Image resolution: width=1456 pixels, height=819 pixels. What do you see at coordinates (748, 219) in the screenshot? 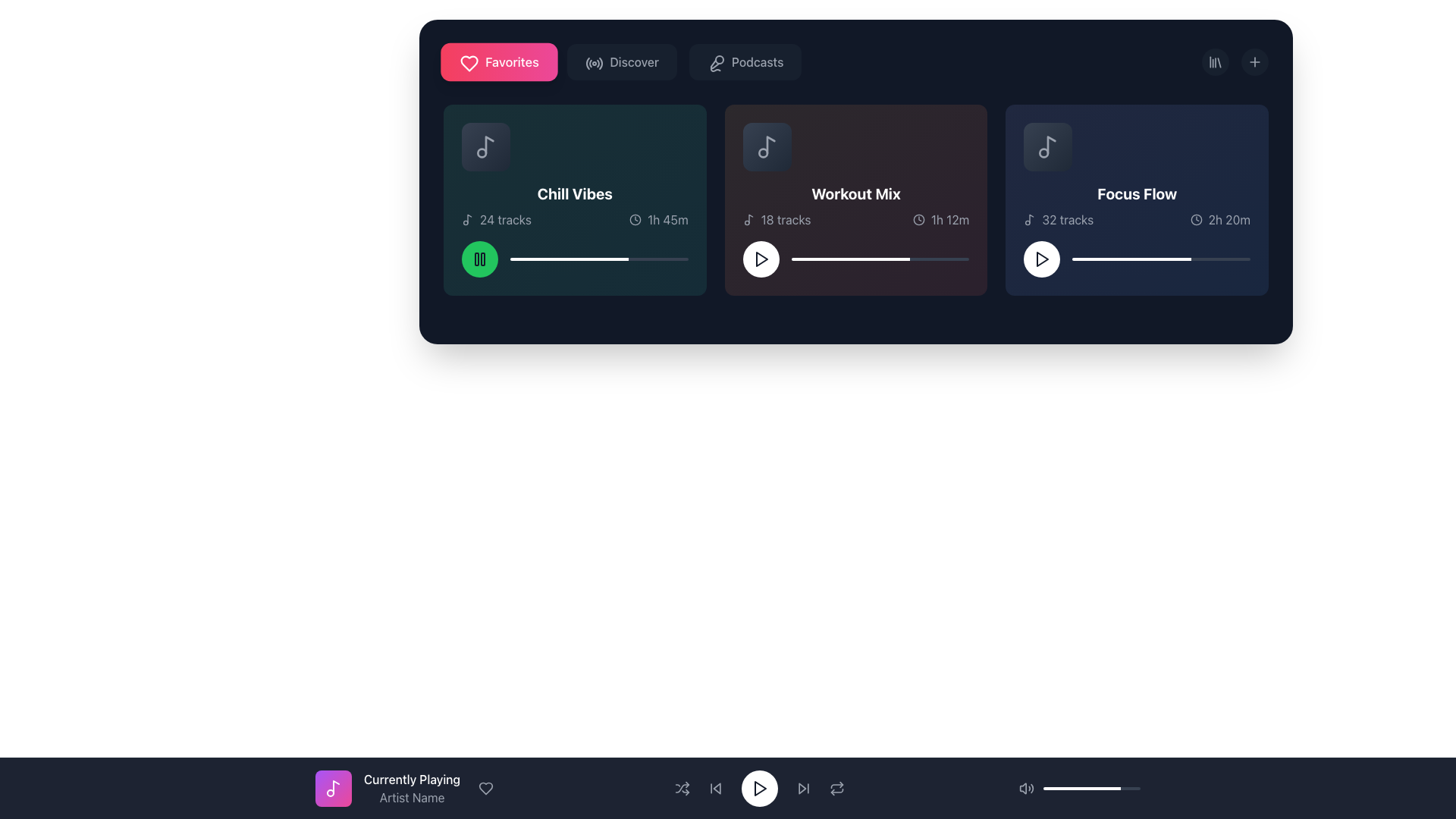
I see `the music icon located within the 'Workout Mix' card, positioned to the left of the text '18 tracks'` at bounding box center [748, 219].